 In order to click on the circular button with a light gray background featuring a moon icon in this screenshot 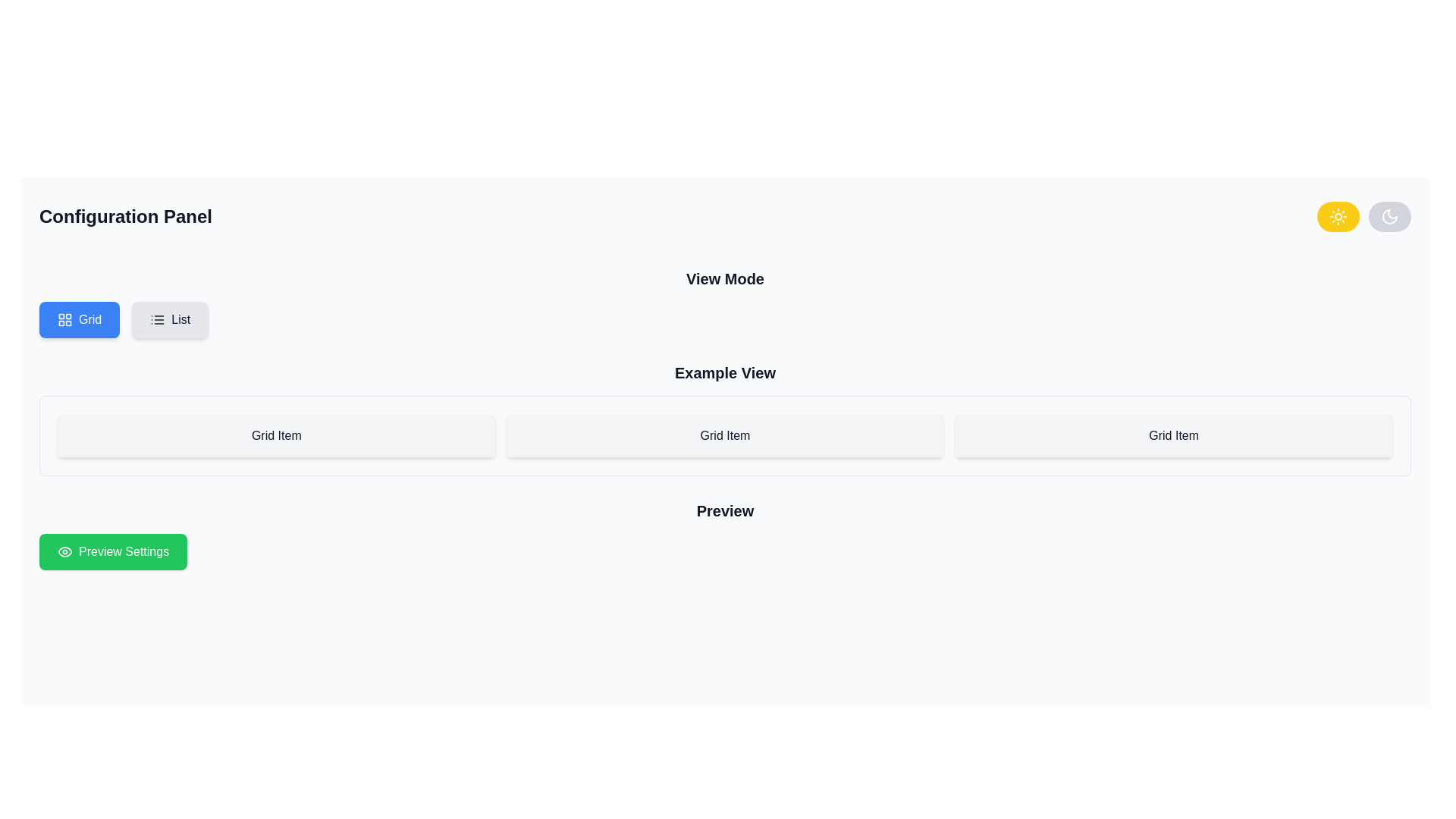, I will do `click(1390, 216)`.